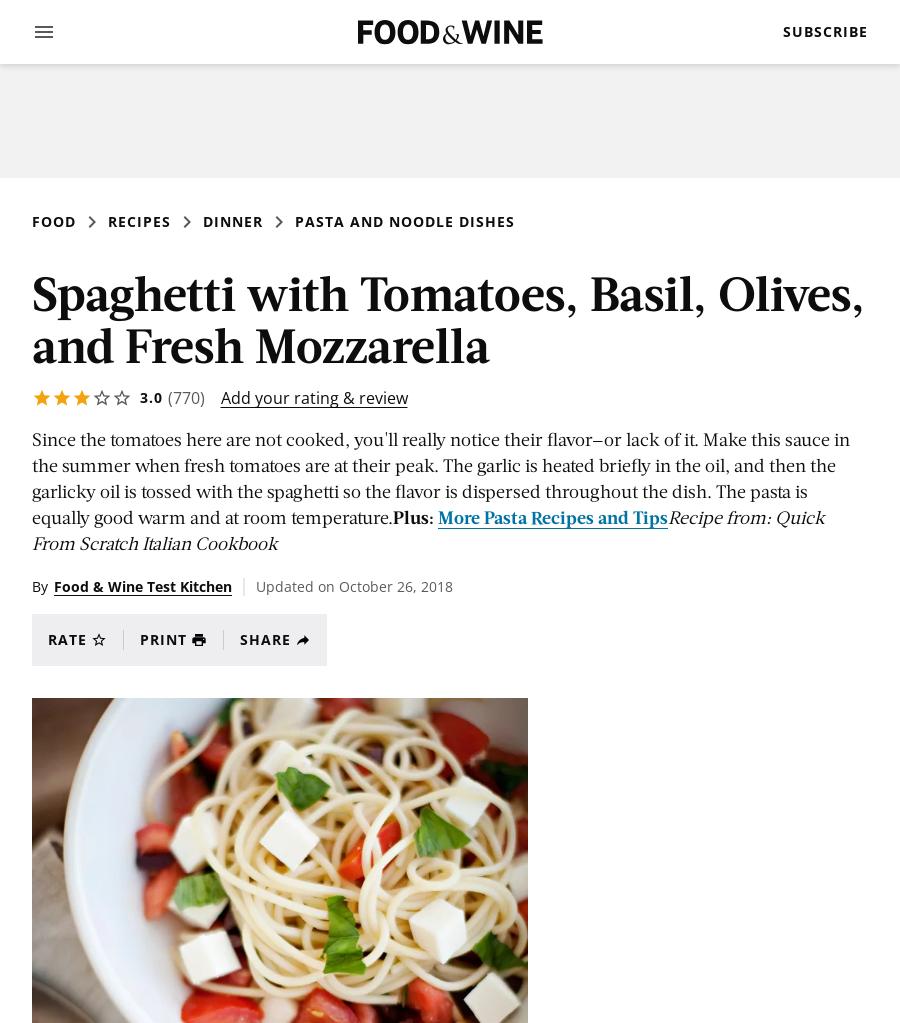 The image size is (900, 1023). Describe the element at coordinates (38, 586) in the screenshot. I see `'By'` at that location.